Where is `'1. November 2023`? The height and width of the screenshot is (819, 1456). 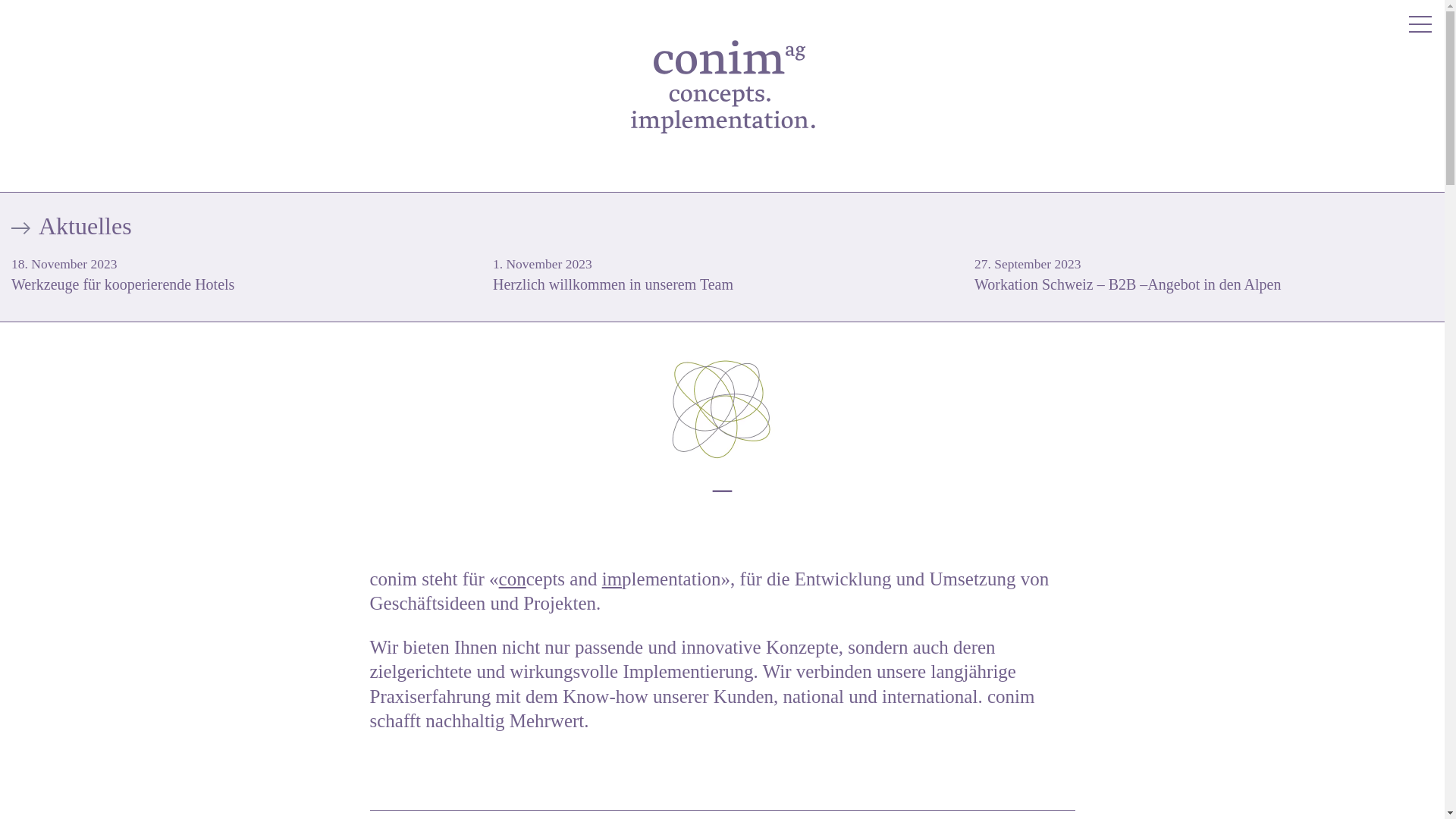
'1. November 2023 is located at coordinates (721, 271).